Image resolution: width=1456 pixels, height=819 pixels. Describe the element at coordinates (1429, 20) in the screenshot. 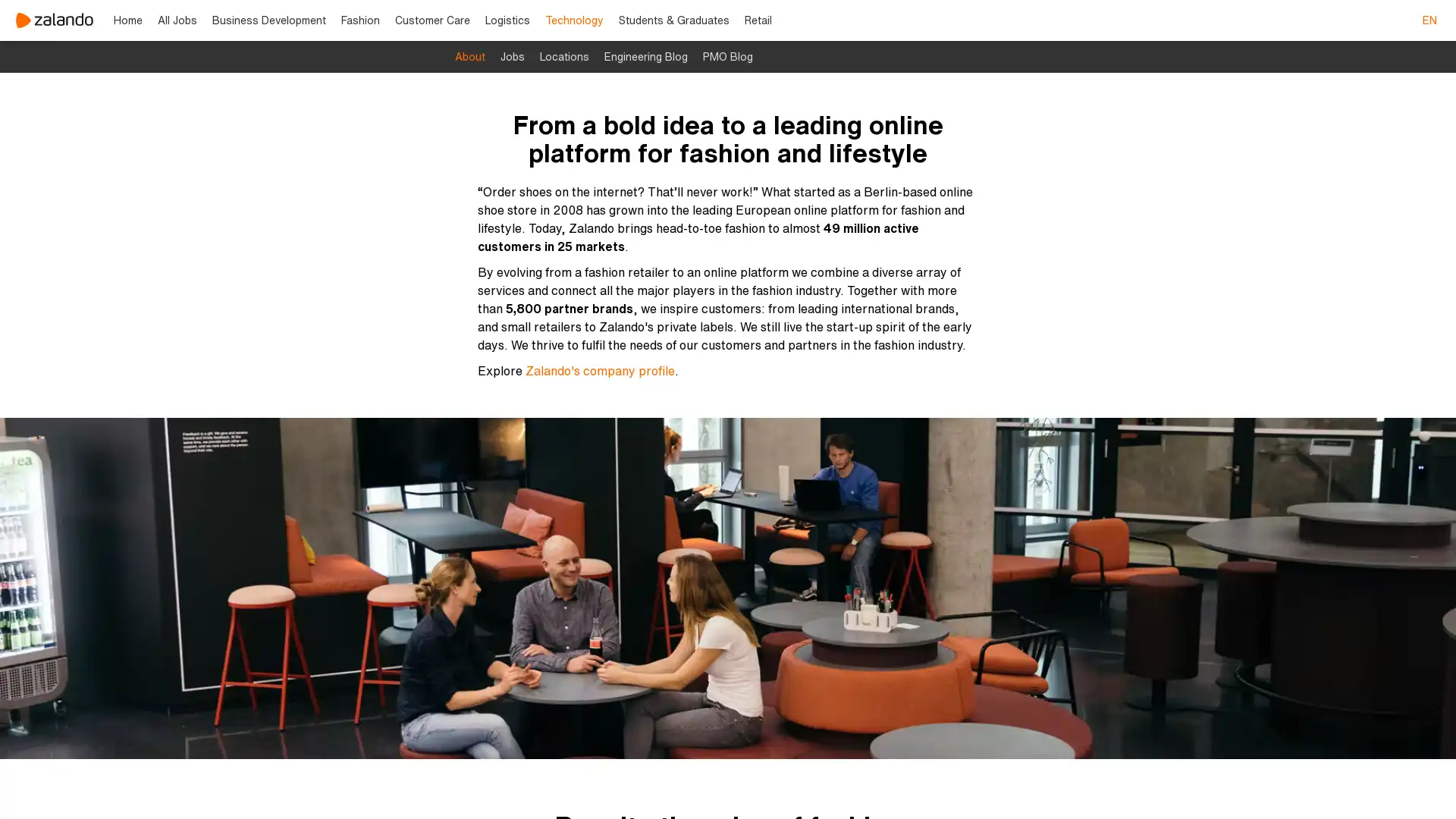

I see `EN` at that location.